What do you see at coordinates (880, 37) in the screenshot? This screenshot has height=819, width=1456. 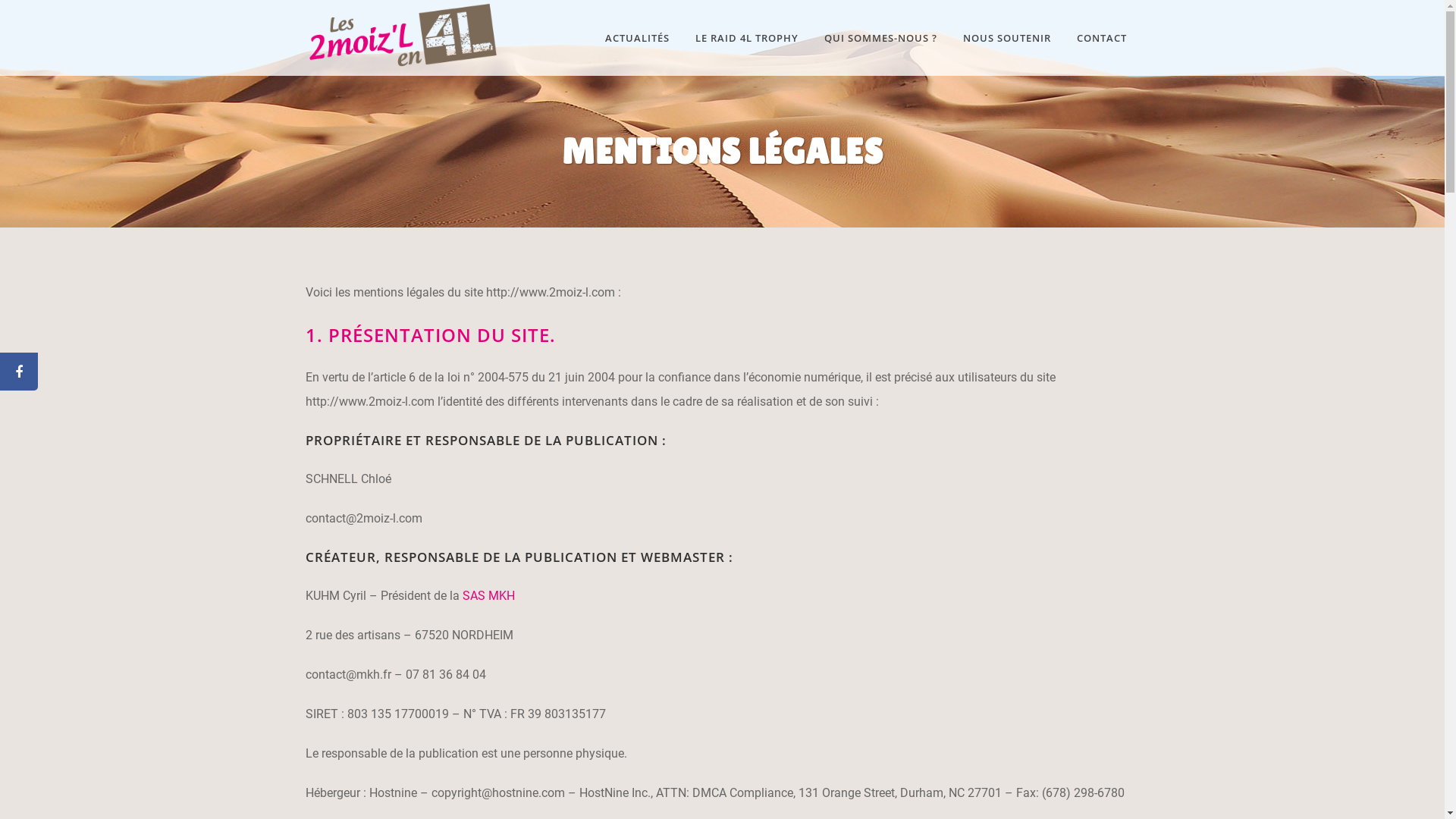 I see `'QUI SOMMES-NOUS ?'` at bounding box center [880, 37].